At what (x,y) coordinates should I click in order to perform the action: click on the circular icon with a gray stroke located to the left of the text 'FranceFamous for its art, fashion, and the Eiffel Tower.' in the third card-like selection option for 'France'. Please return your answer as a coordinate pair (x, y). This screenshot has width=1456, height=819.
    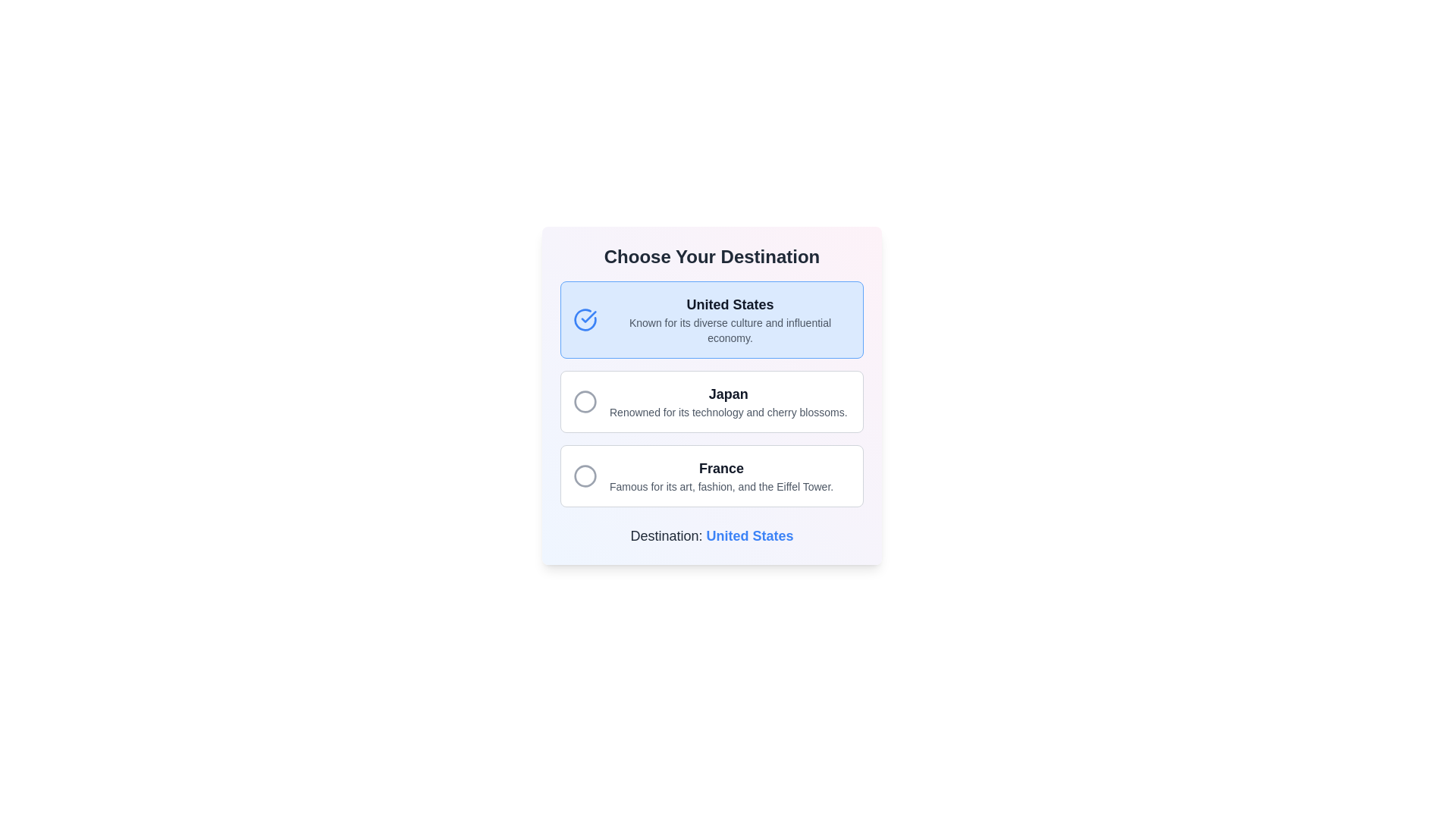
    Looking at the image, I should click on (590, 475).